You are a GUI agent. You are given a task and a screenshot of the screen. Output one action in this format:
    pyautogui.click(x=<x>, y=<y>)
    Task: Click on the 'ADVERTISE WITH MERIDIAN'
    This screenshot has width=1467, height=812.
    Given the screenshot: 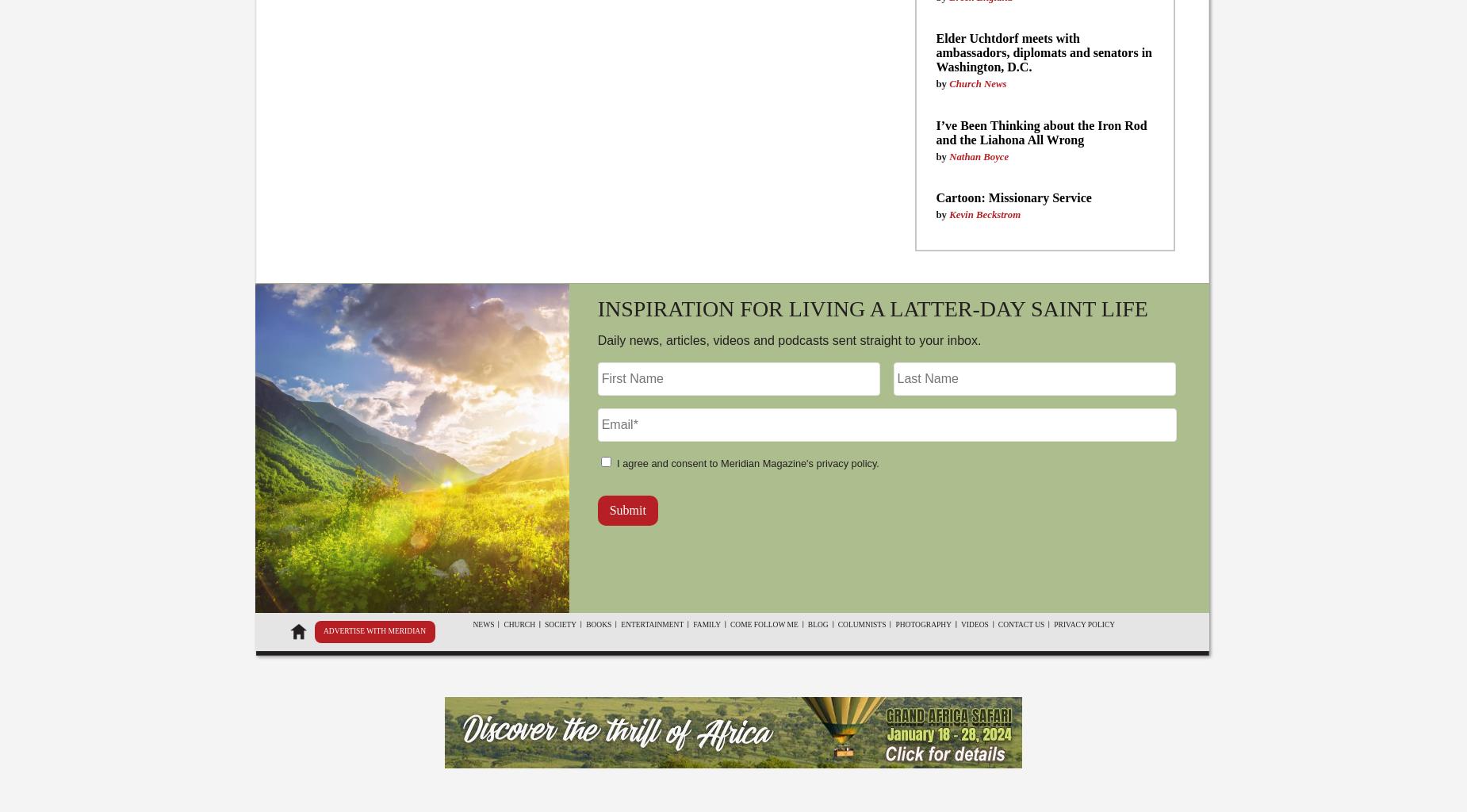 What is the action you would take?
    pyautogui.click(x=373, y=630)
    